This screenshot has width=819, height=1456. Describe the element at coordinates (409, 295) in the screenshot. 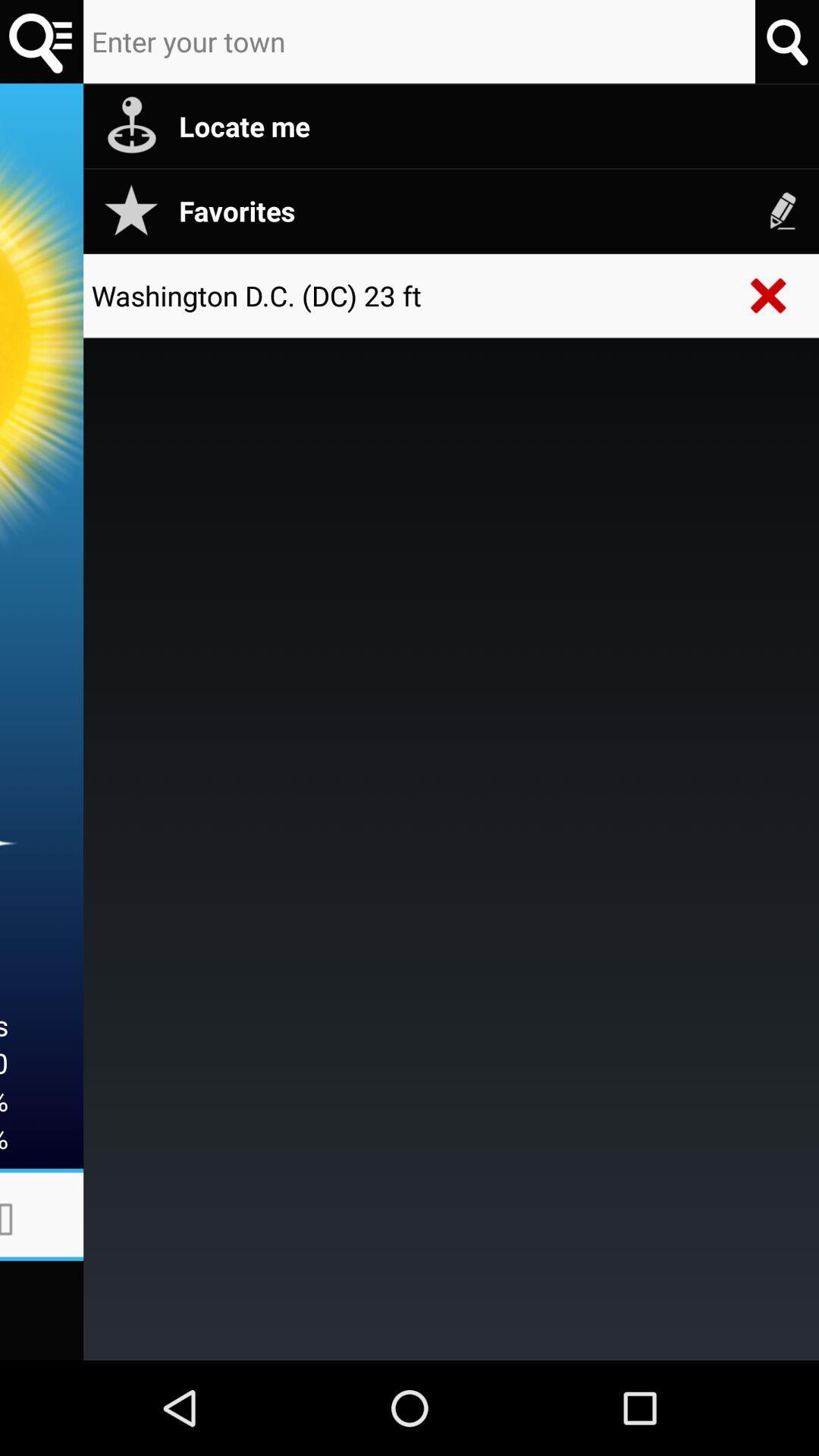

I see `washington d c item` at that location.